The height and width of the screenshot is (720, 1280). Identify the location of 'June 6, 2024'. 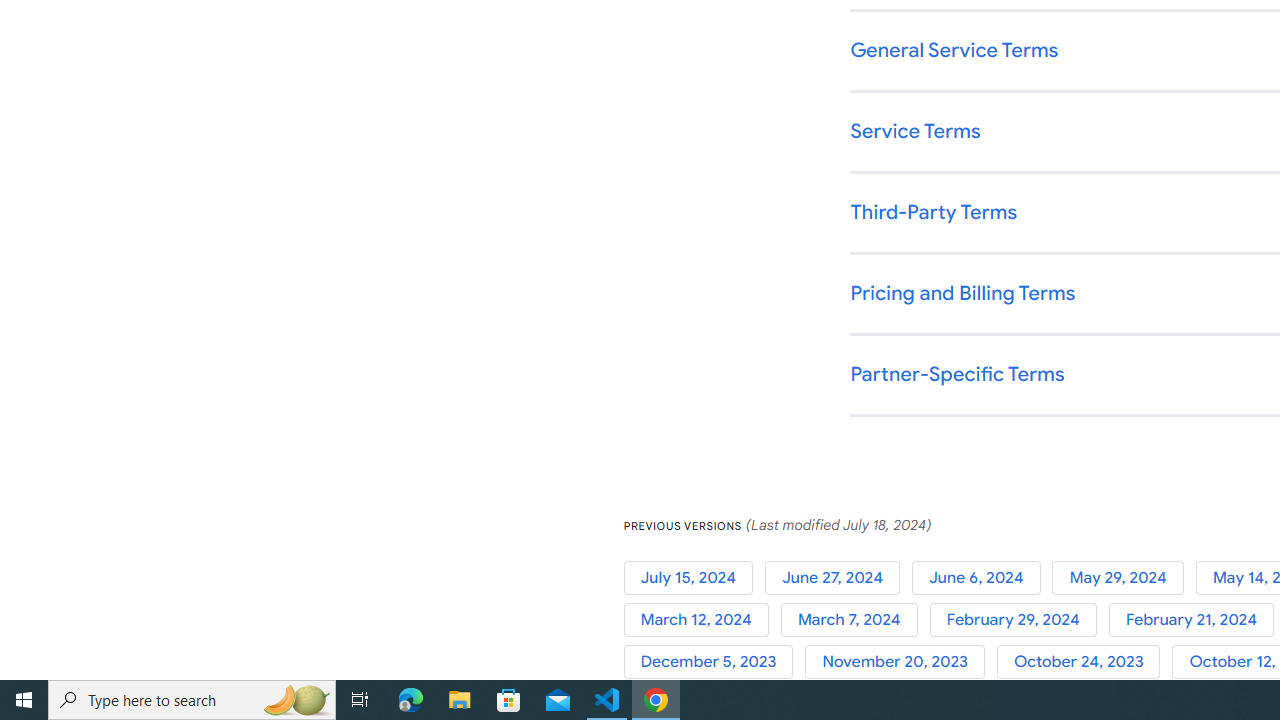
(982, 577).